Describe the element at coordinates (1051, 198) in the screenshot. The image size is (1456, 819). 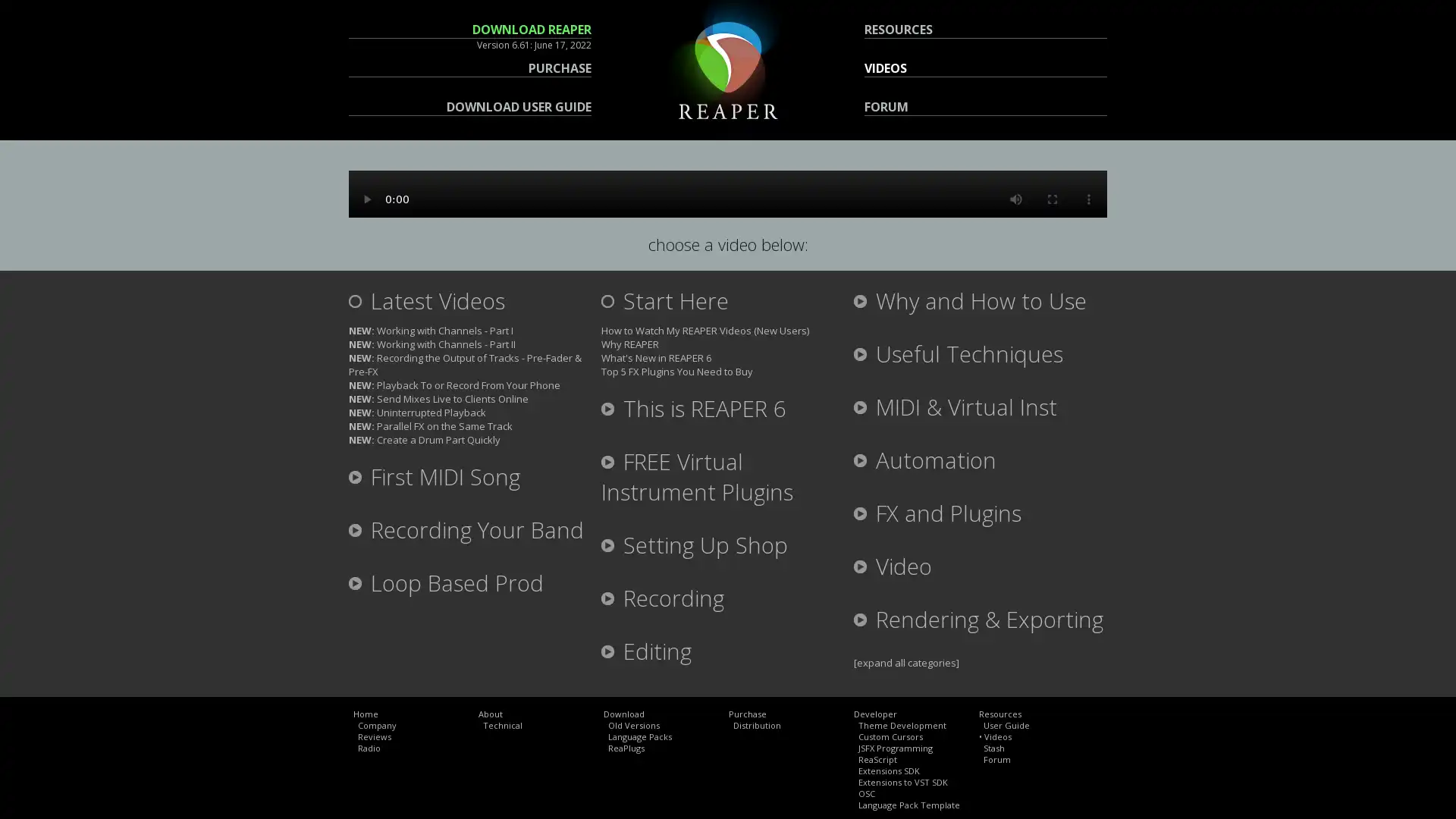
I see `enter full screen` at that location.